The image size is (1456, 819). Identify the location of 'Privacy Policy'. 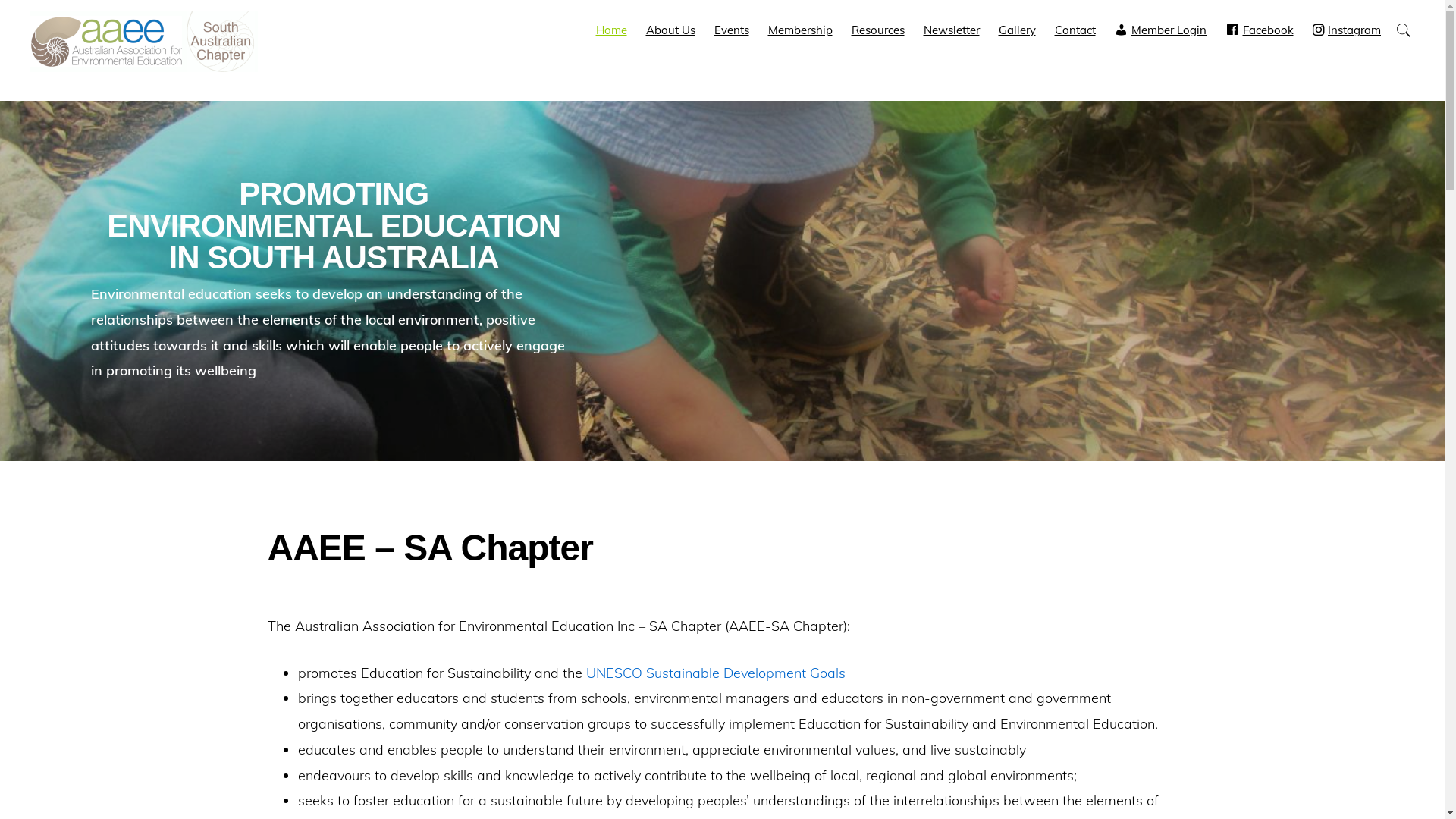
(722, 775).